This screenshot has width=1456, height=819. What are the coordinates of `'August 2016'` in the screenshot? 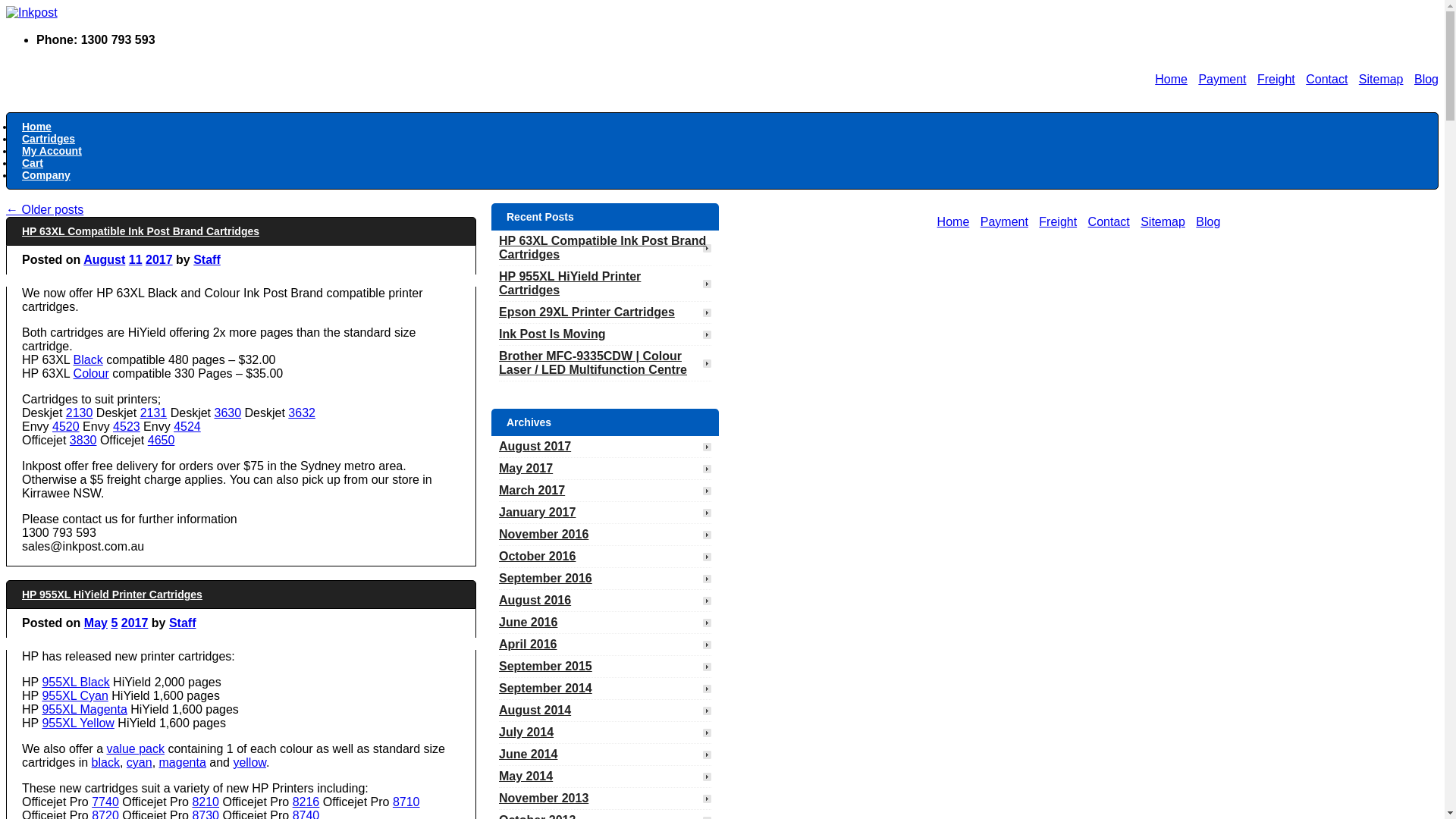 It's located at (542, 599).